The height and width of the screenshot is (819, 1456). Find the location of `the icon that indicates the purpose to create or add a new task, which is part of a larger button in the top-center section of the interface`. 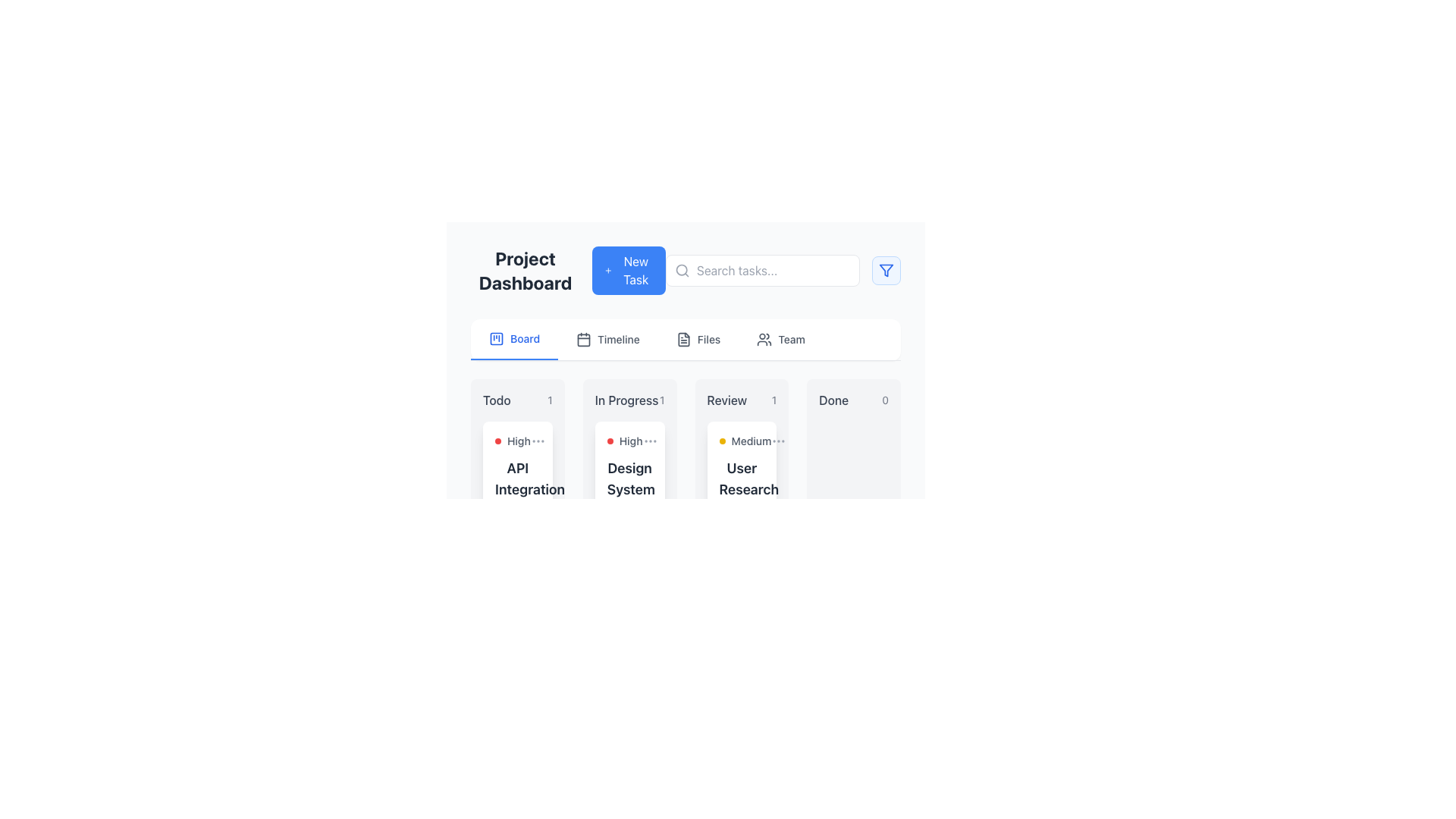

the icon that indicates the purpose to create or add a new task, which is part of a larger button in the top-center section of the interface is located at coordinates (608, 270).